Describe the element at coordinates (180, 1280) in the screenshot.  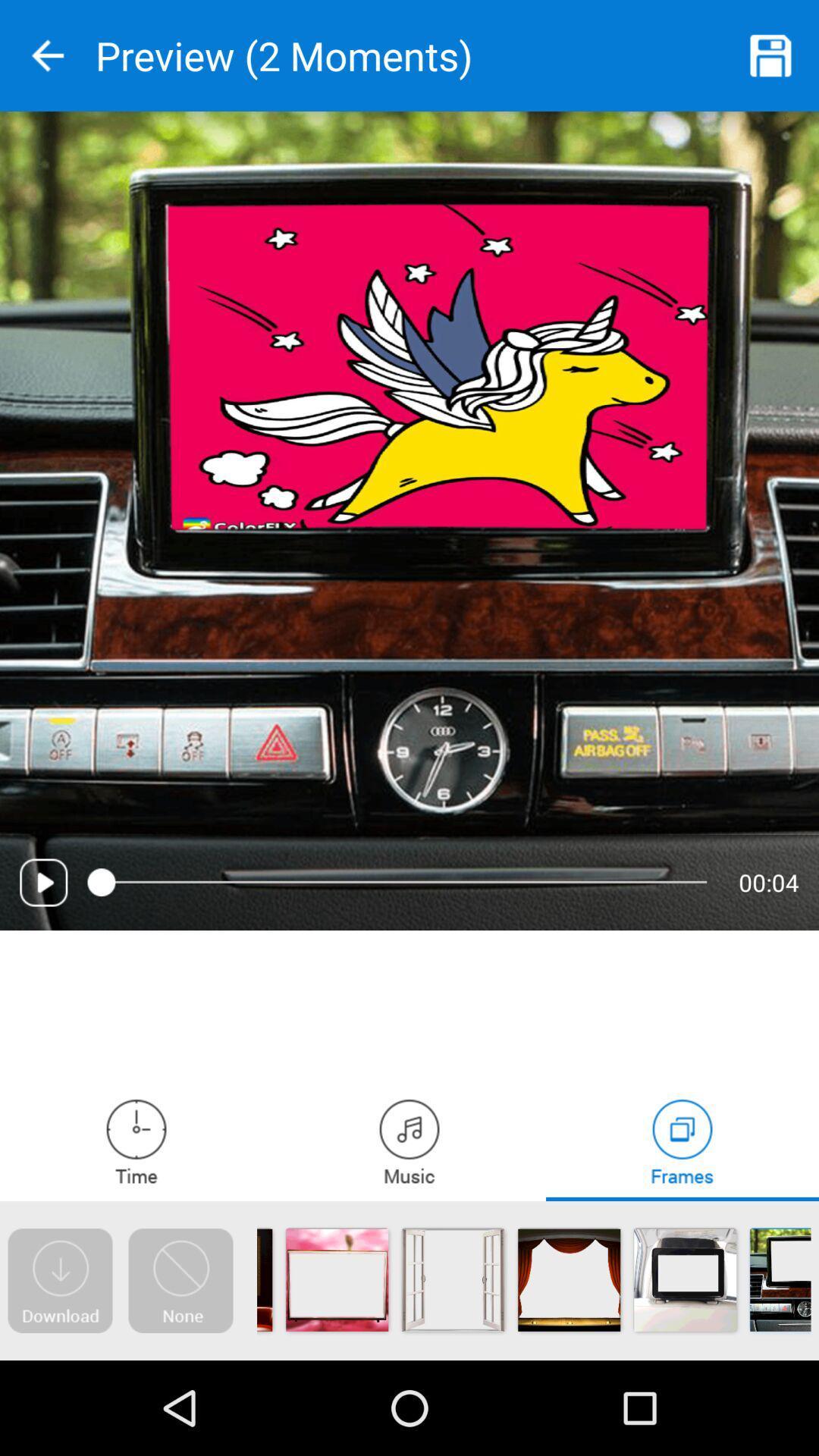
I see `choose none` at that location.